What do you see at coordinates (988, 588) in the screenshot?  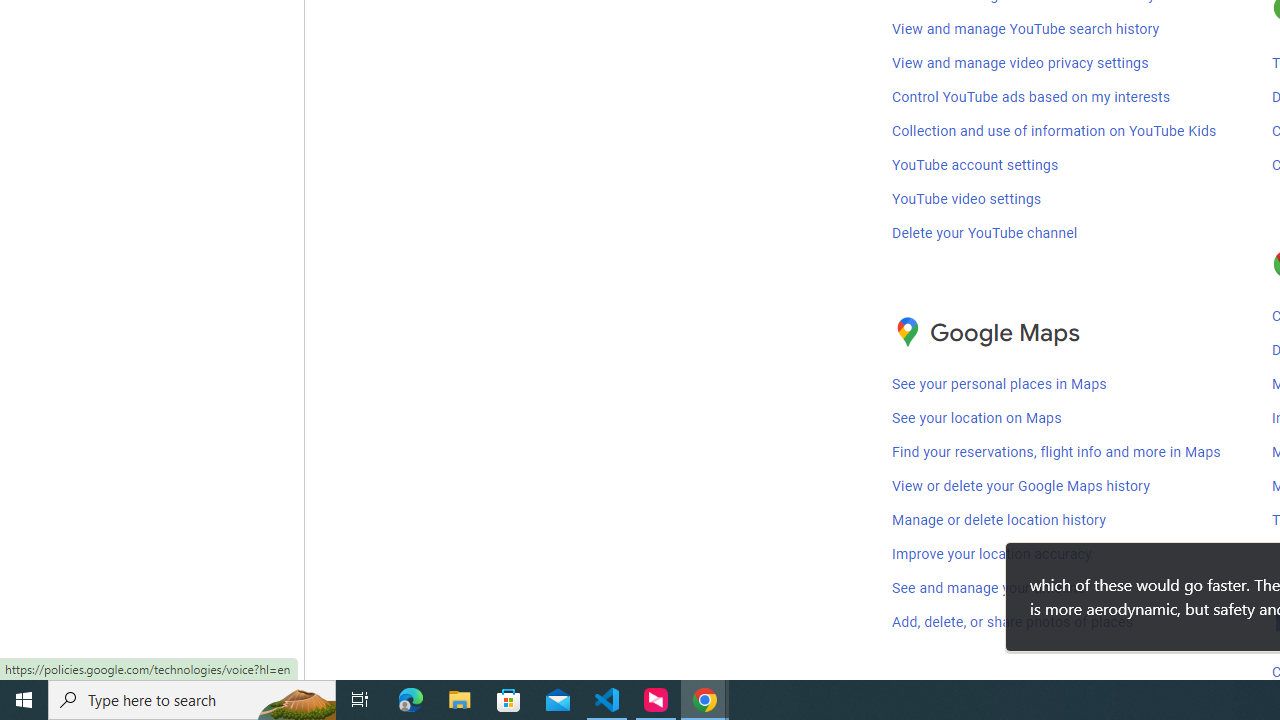 I see `'See and manage your timeline'` at bounding box center [988, 588].